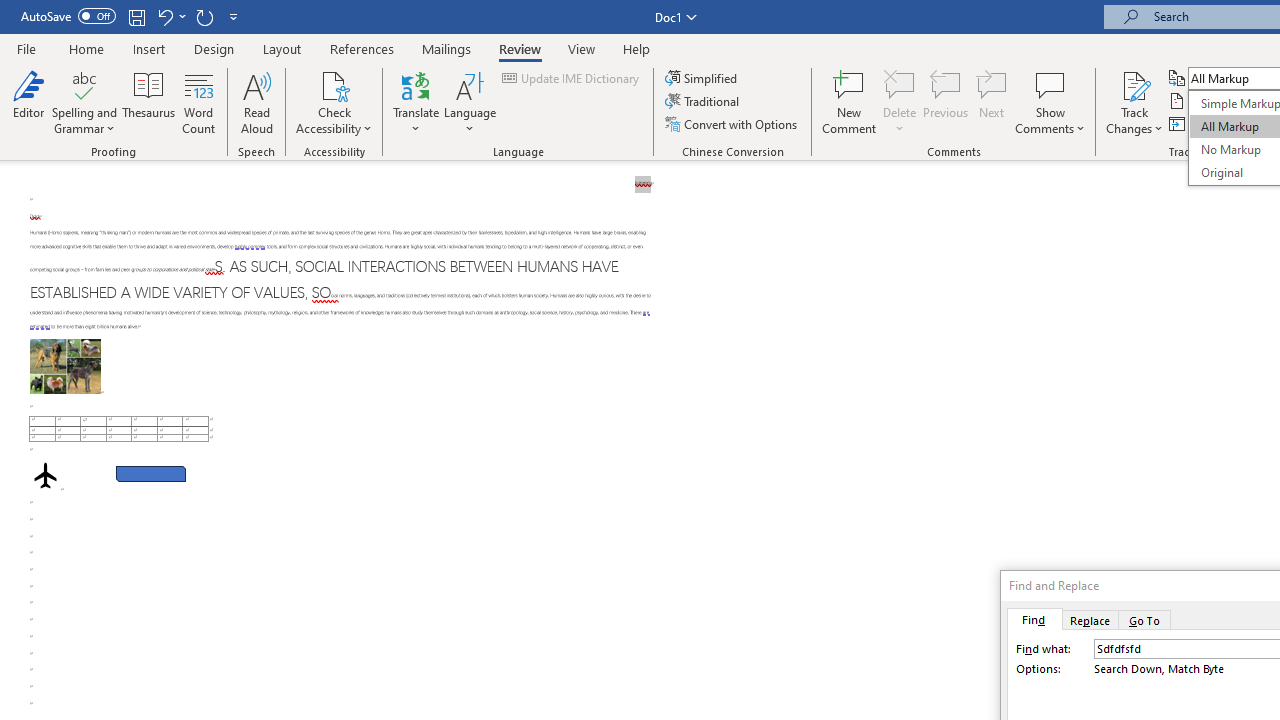 This screenshot has height=720, width=1280. What do you see at coordinates (1145, 618) in the screenshot?
I see `'Go To'` at bounding box center [1145, 618].